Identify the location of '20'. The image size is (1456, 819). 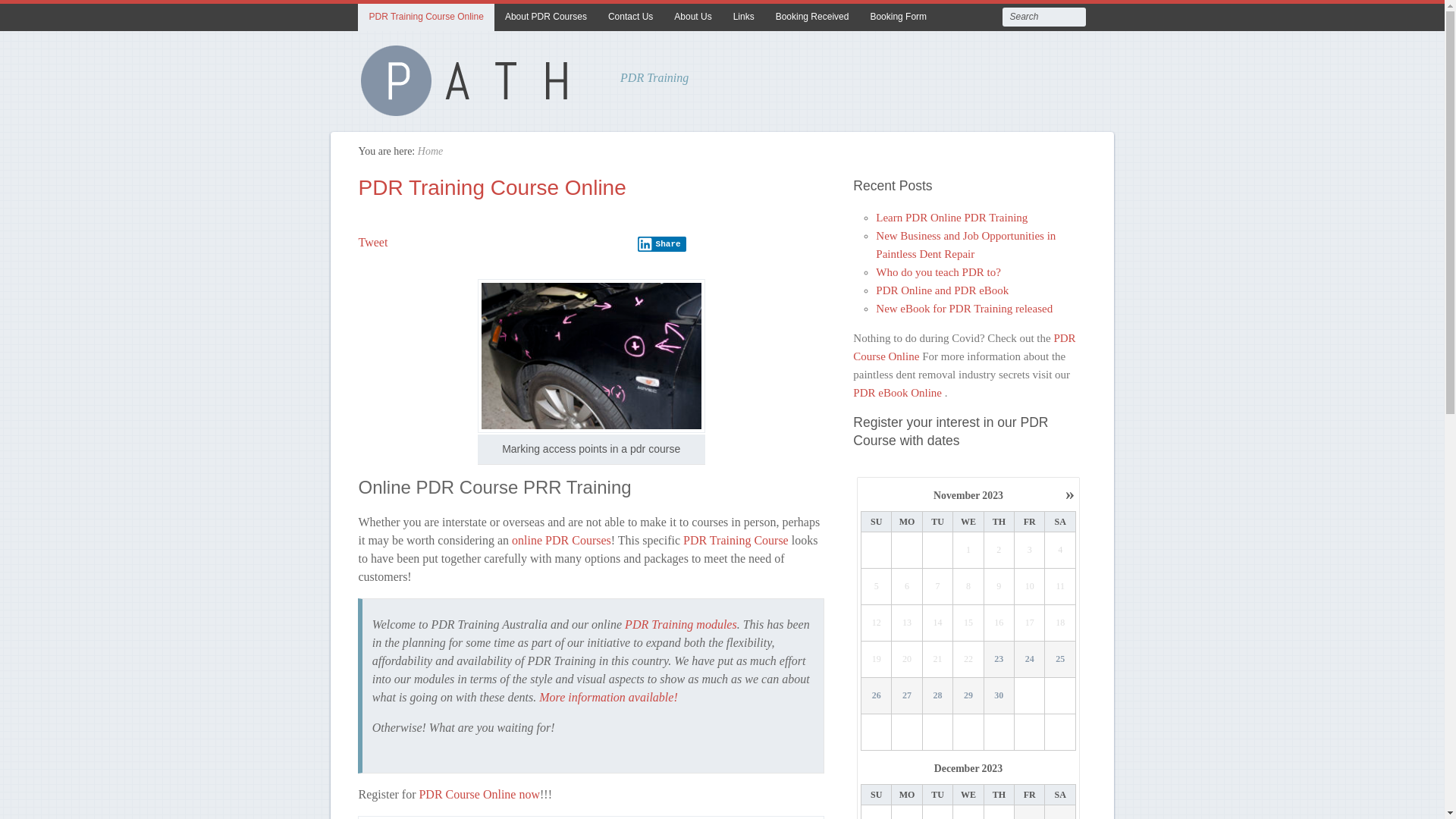
(906, 659).